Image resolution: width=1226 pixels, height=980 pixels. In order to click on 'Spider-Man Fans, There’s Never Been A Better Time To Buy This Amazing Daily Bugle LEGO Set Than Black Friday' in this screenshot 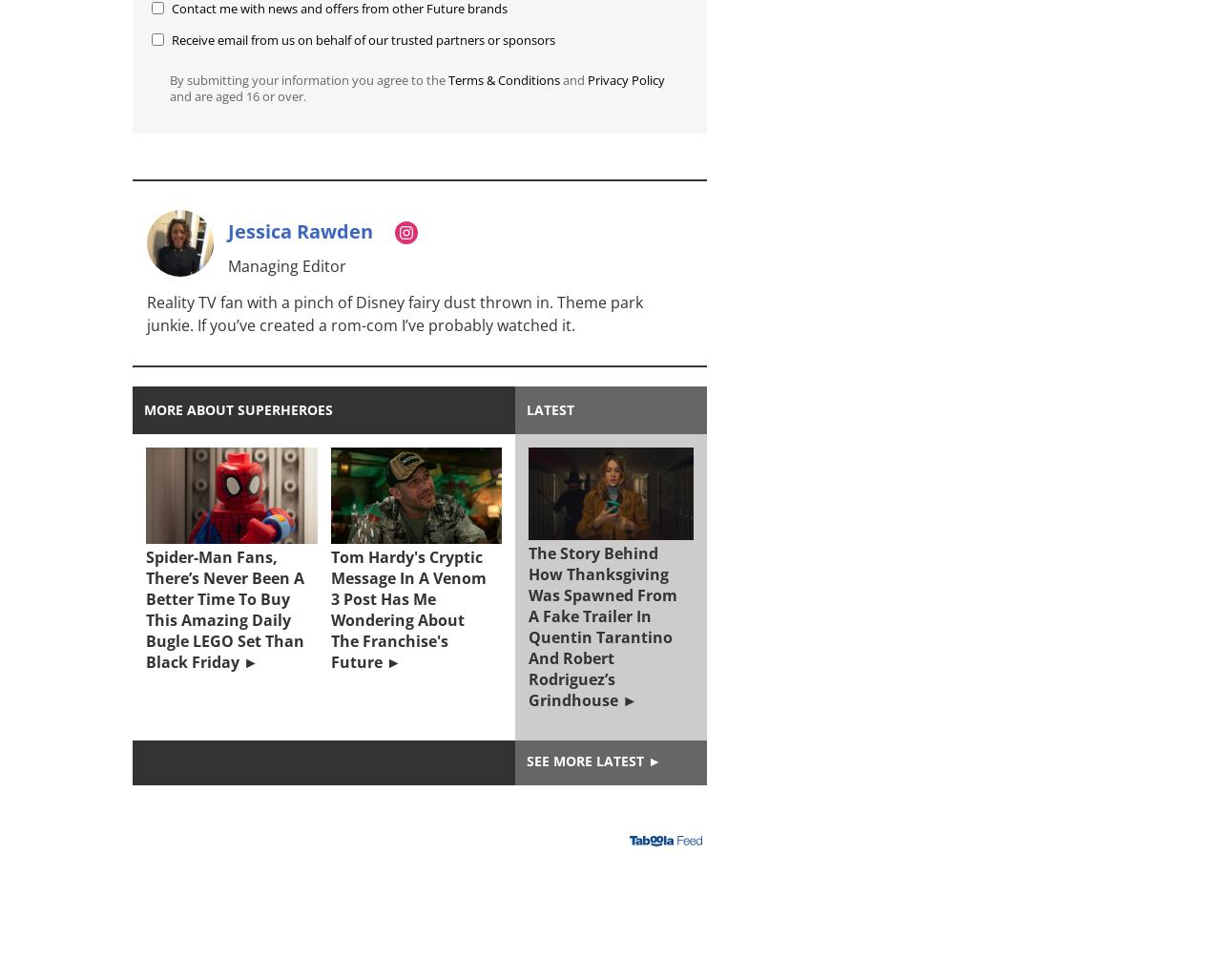, I will do `click(224, 607)`.